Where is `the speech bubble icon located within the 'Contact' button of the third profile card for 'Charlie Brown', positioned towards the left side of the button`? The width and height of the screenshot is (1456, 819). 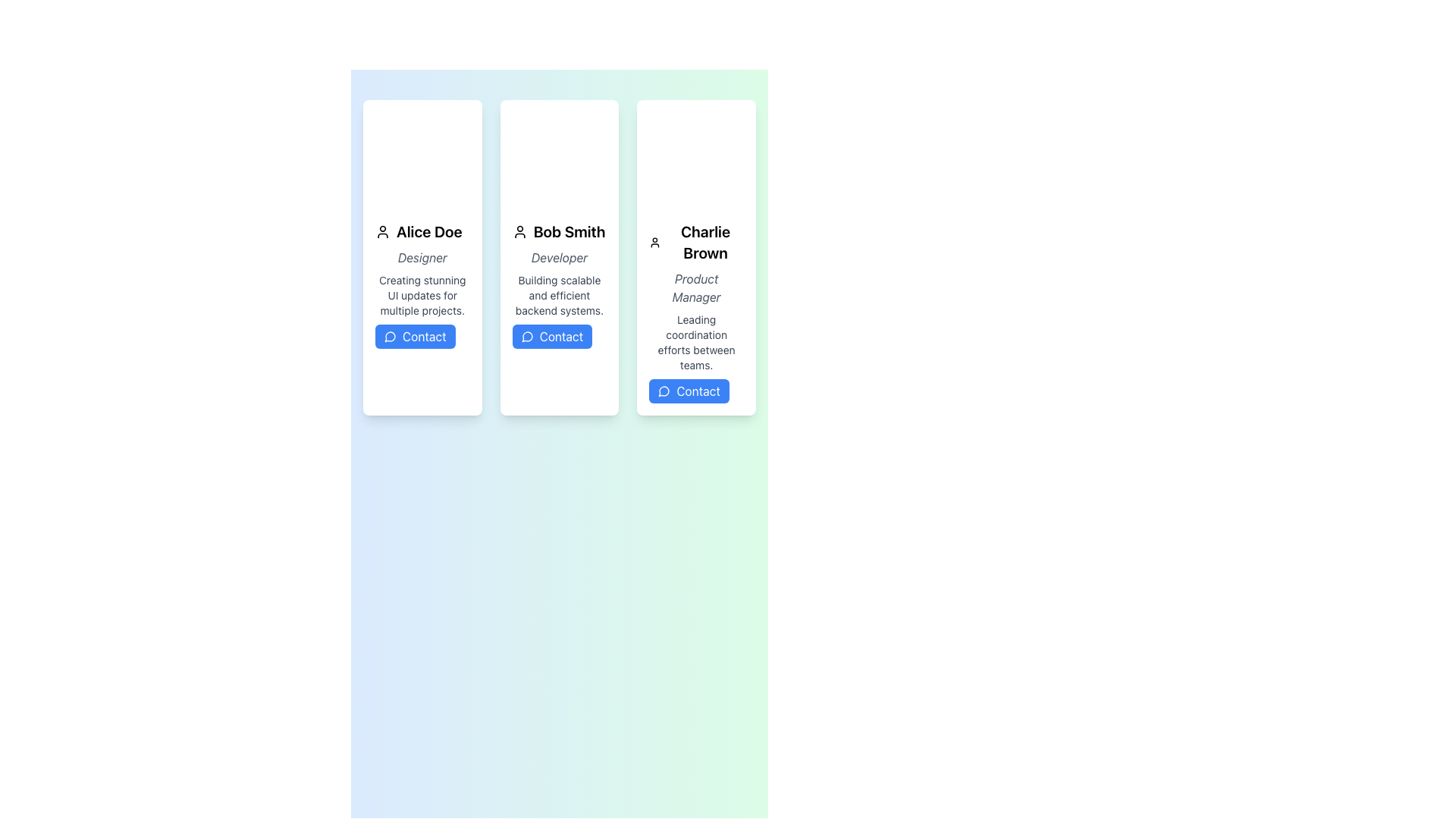 the speech bubble icon located within the 'Contact' button of the third profile card for 'Charlie Brown', positioned towards the left side of the button is located at coordinates (663, 391).